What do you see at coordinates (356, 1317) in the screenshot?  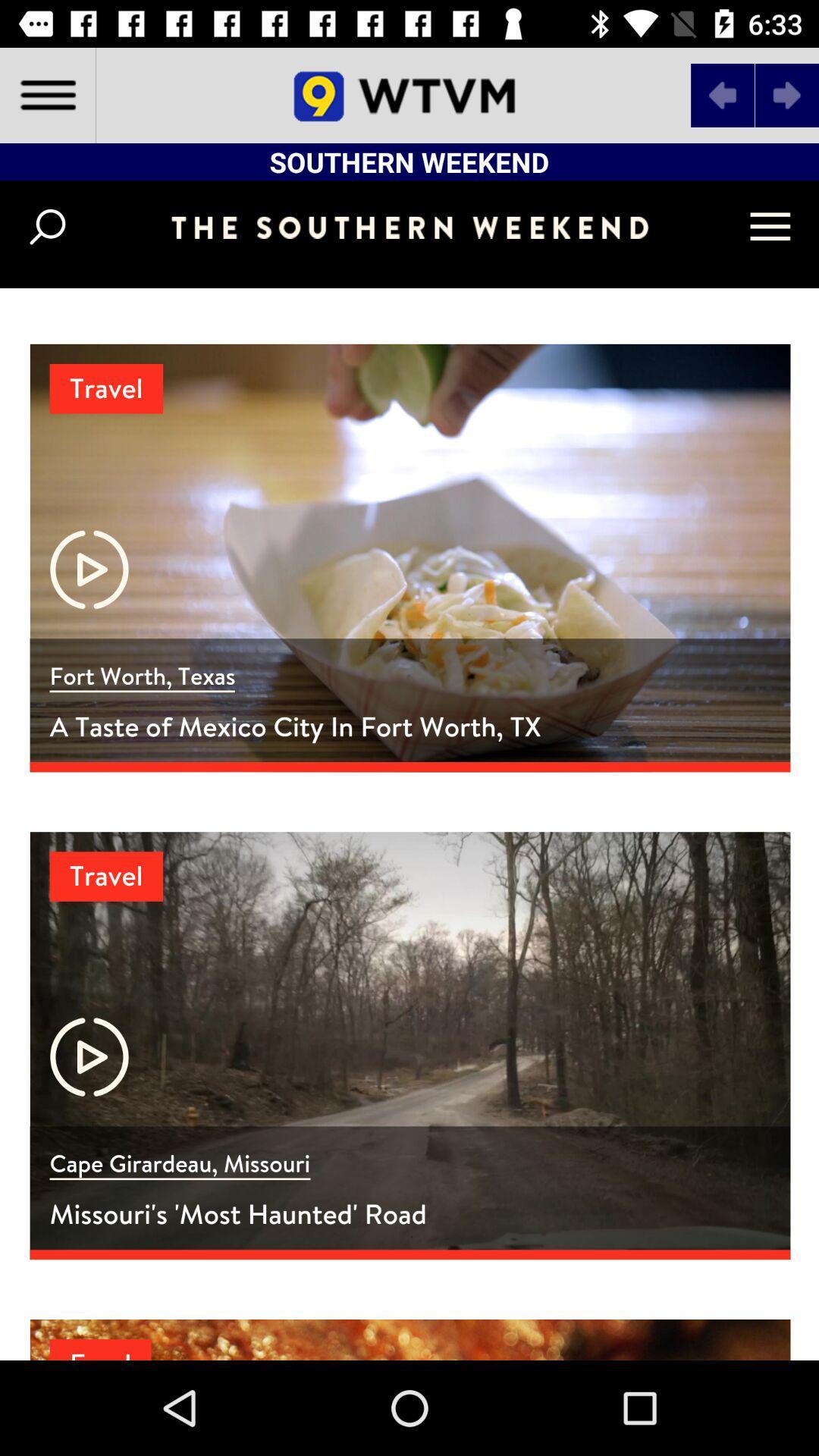 I see `the more icon` at bounding box center [356, 1317].